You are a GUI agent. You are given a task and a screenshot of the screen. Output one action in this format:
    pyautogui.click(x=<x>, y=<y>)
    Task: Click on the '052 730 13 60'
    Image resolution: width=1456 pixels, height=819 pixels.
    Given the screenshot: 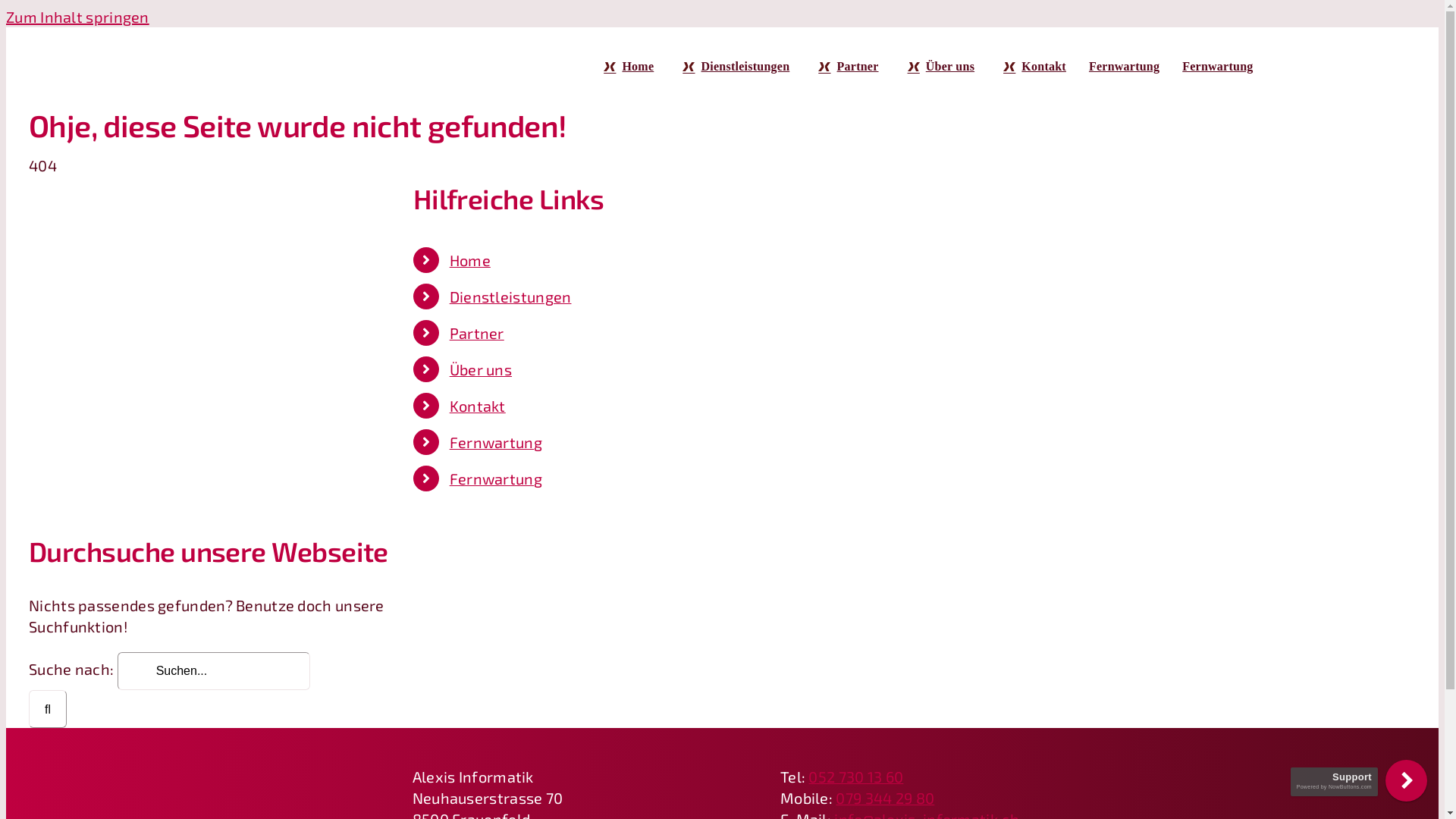 What is the action you would take?
    pyautogui.click(x=855, y=776)
    